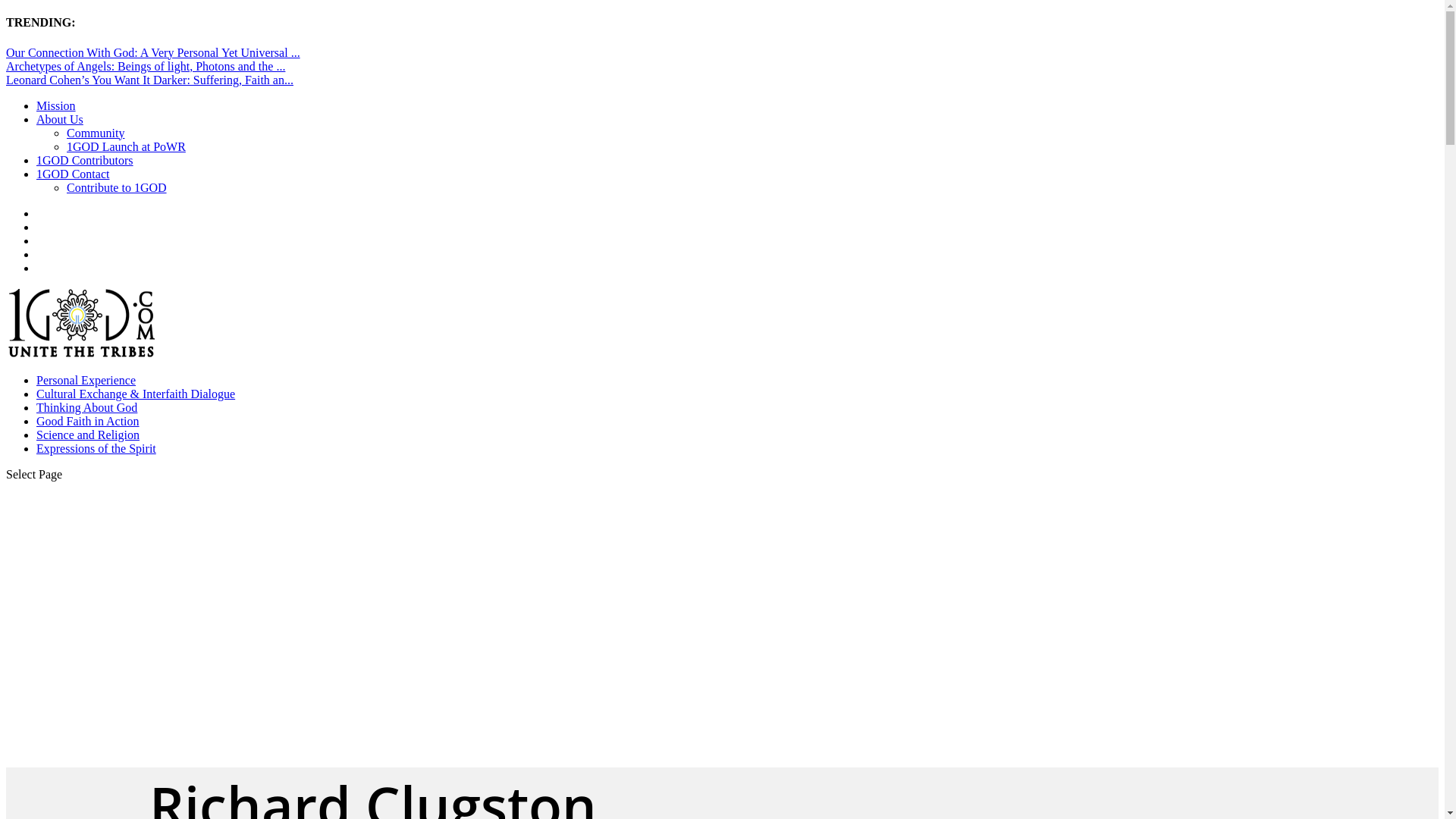  I want to click on '1GOD Launch at PoWR', so click(126, 146).